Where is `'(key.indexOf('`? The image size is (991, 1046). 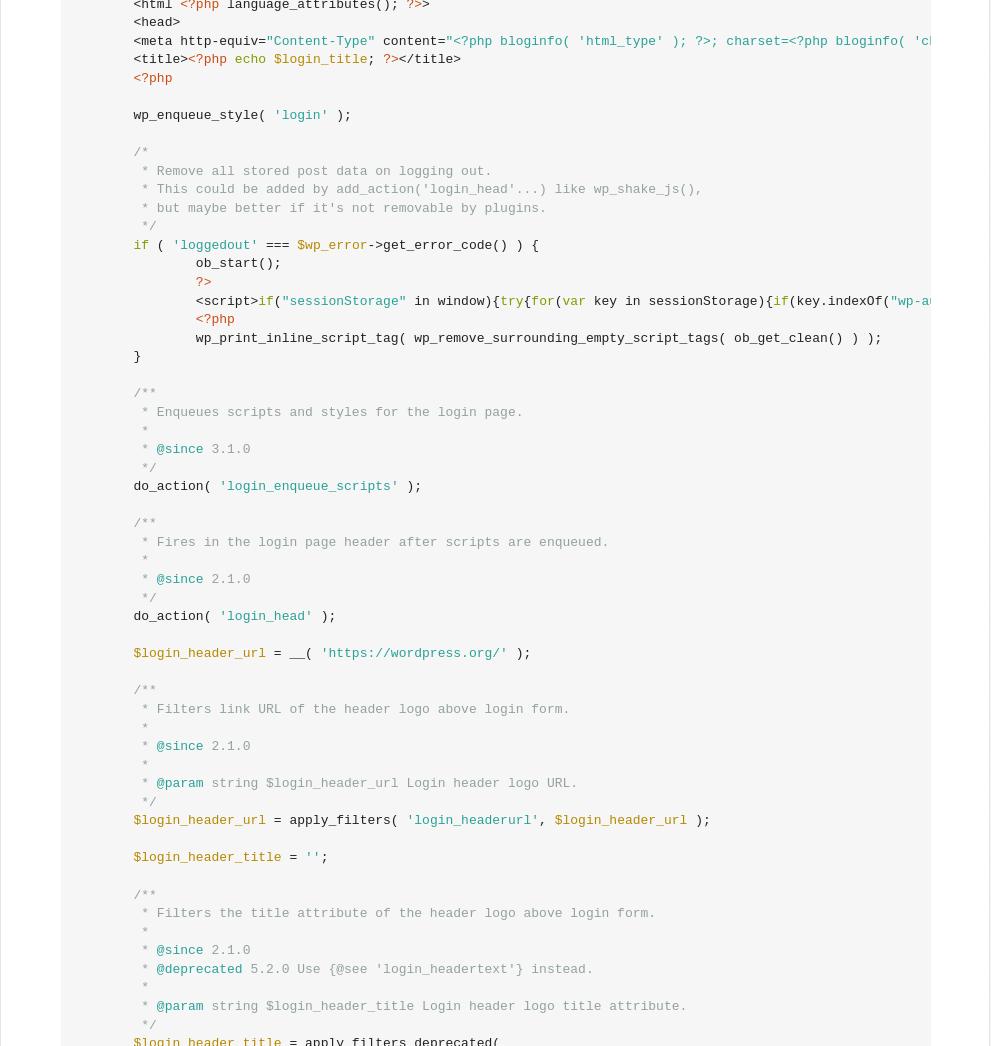
'(key.indexOf(' is located at coordinates (788, 300).